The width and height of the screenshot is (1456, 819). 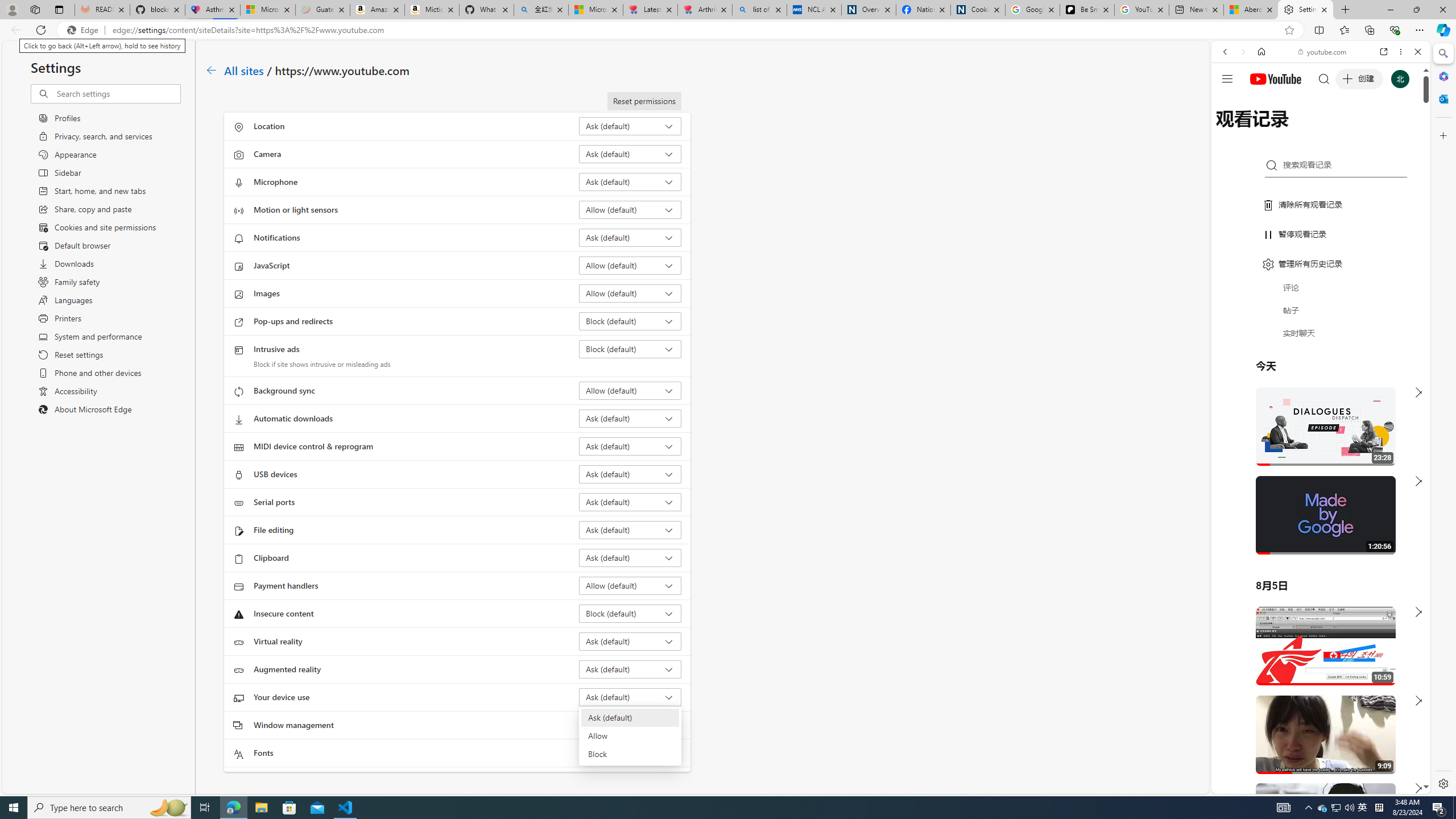 What do you see at coordinates (630, 501) in the screenshot?
I see `'Serial ports Ask (default)'` at bounding box center [630, 501].